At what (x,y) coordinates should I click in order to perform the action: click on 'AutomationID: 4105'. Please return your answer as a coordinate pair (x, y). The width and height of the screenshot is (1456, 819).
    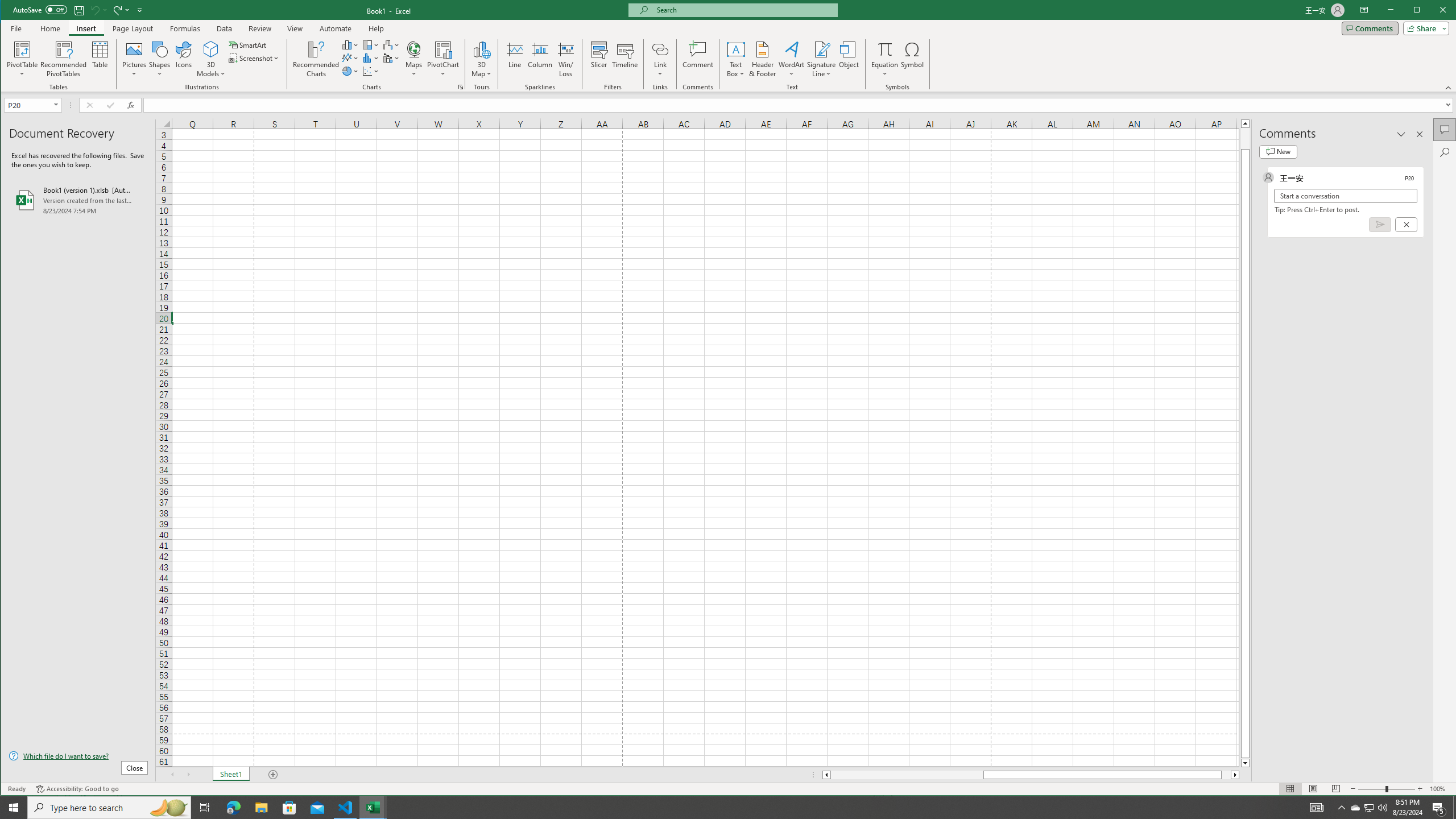
    Looking at the image, I should click on (1317, 806).